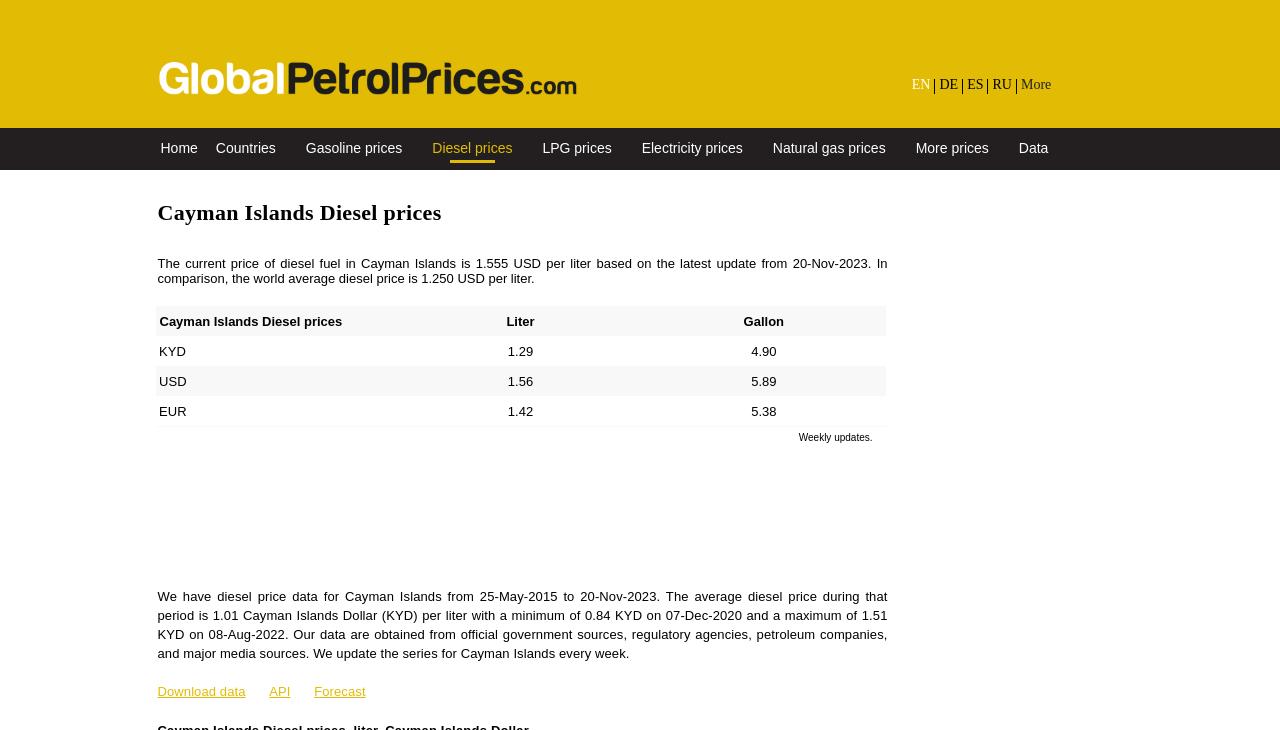 This screenshot has width=1280, height=730. I want to click on 'Forecast', so click(312, 691).